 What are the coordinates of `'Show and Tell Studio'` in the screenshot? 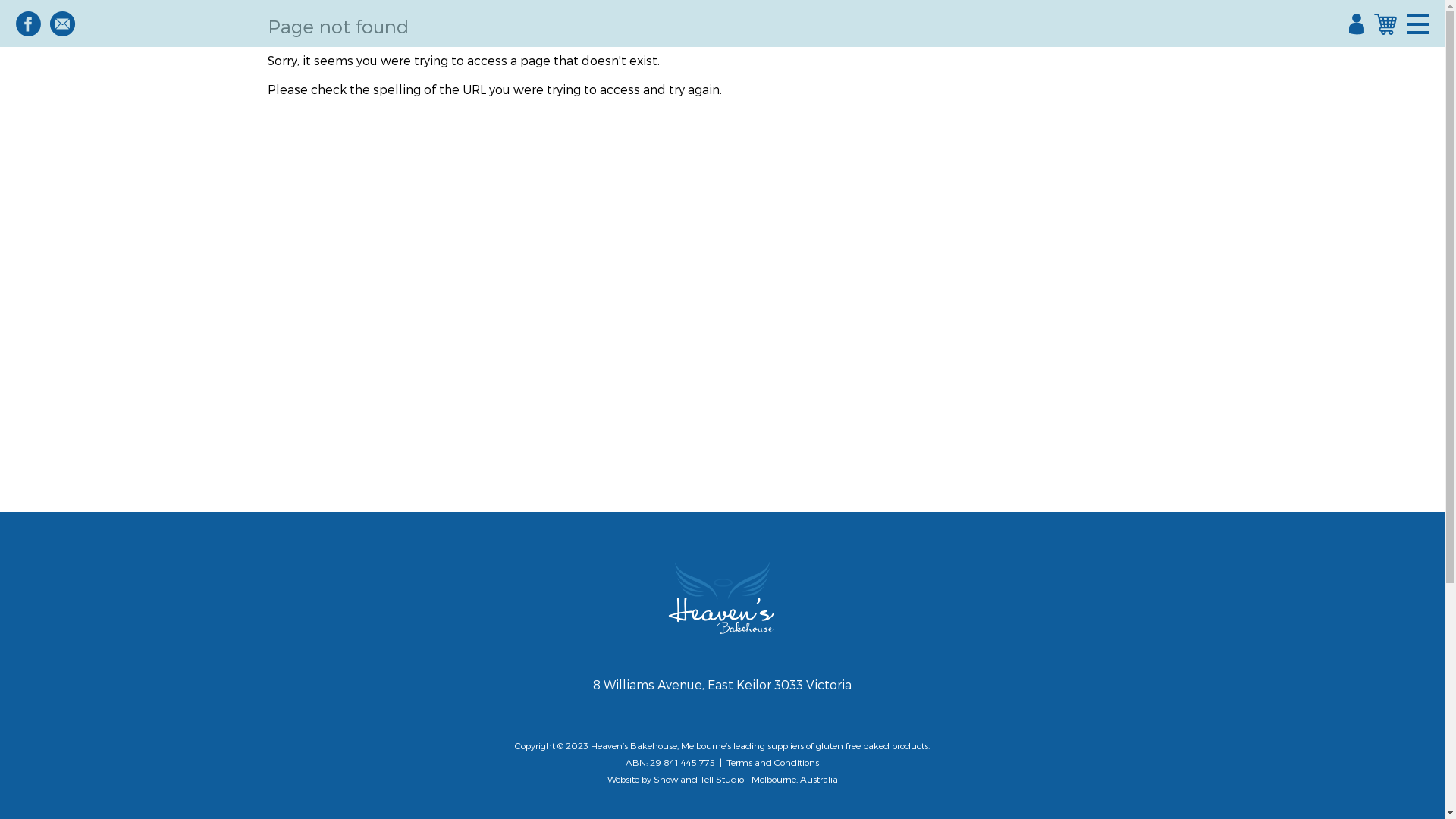 It's located at (698, 778).